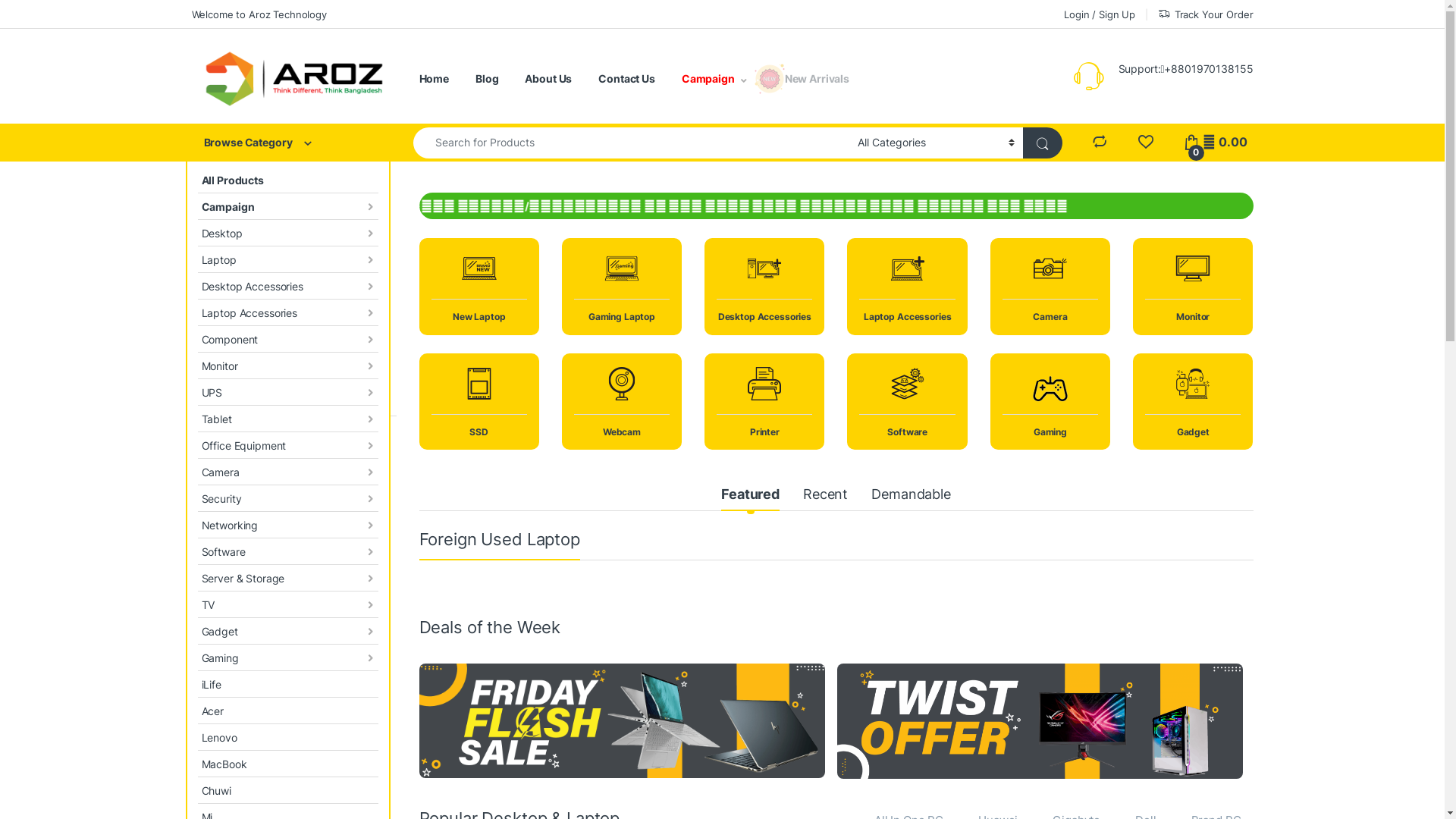 The width and height of the screenshot is (1456, 819). Describe the element at coordinates (287, 711) in the screenshot. I see `'Acer'` at that location.